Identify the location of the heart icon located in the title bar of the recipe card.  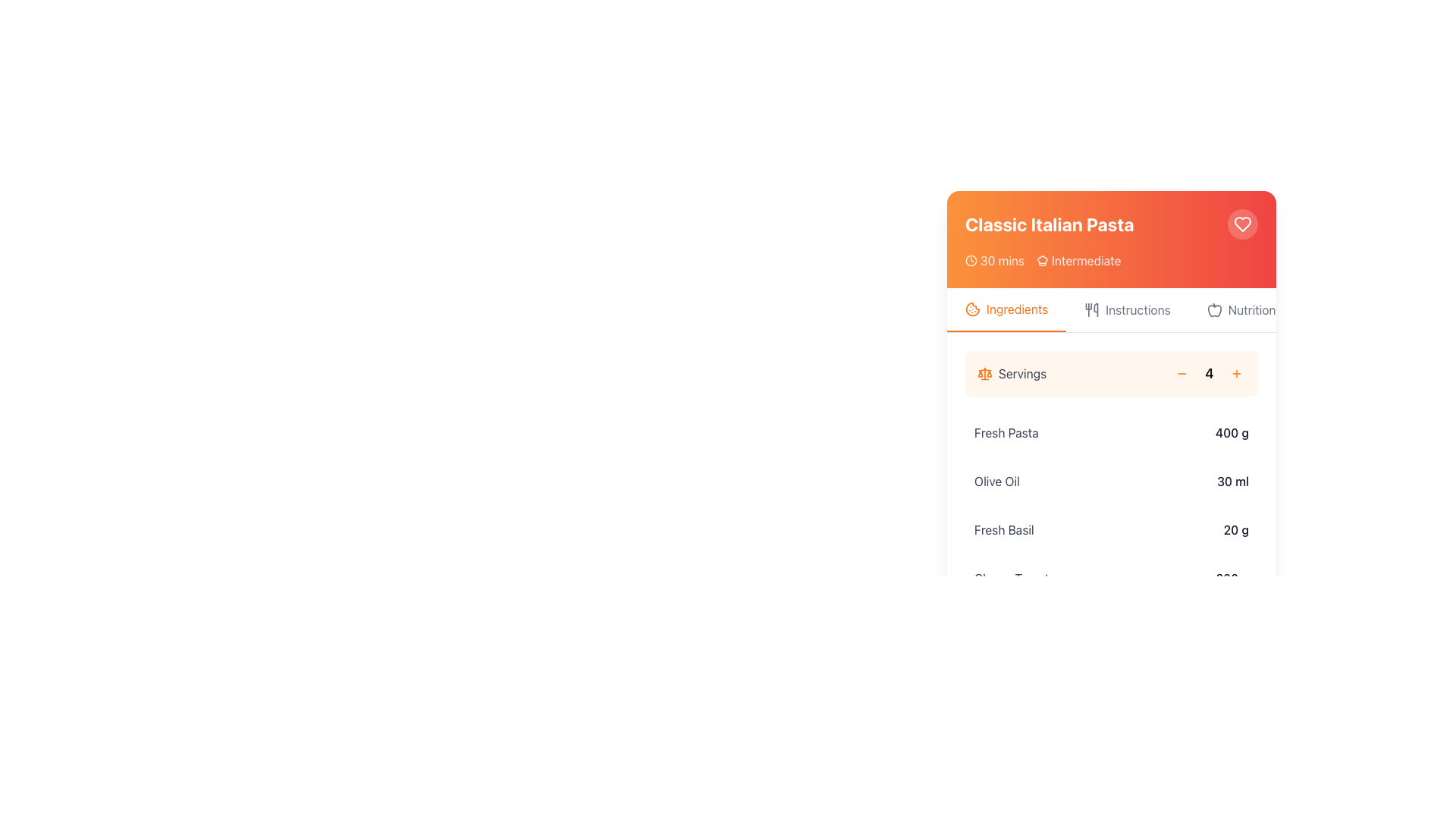
(1111, 239).